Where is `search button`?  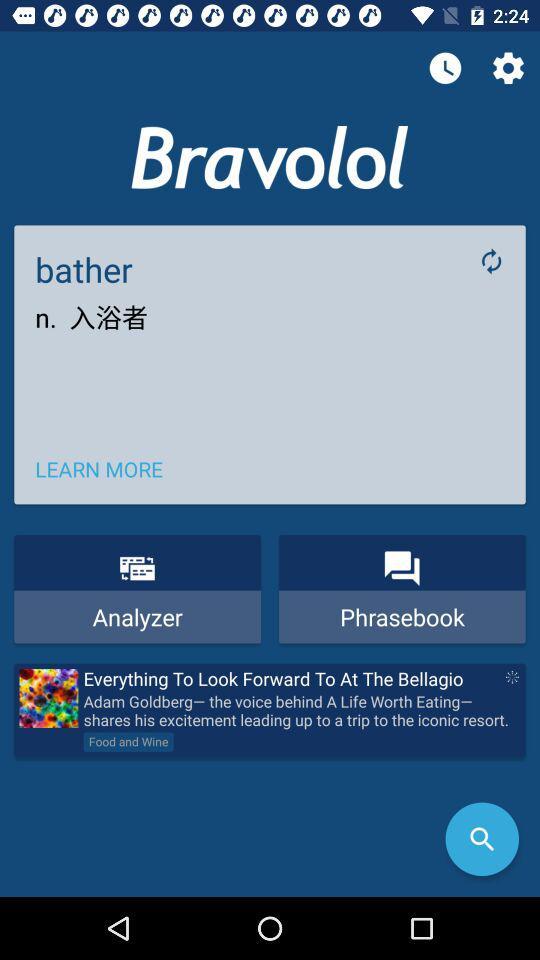
search button is located at coordinates (481, 839).